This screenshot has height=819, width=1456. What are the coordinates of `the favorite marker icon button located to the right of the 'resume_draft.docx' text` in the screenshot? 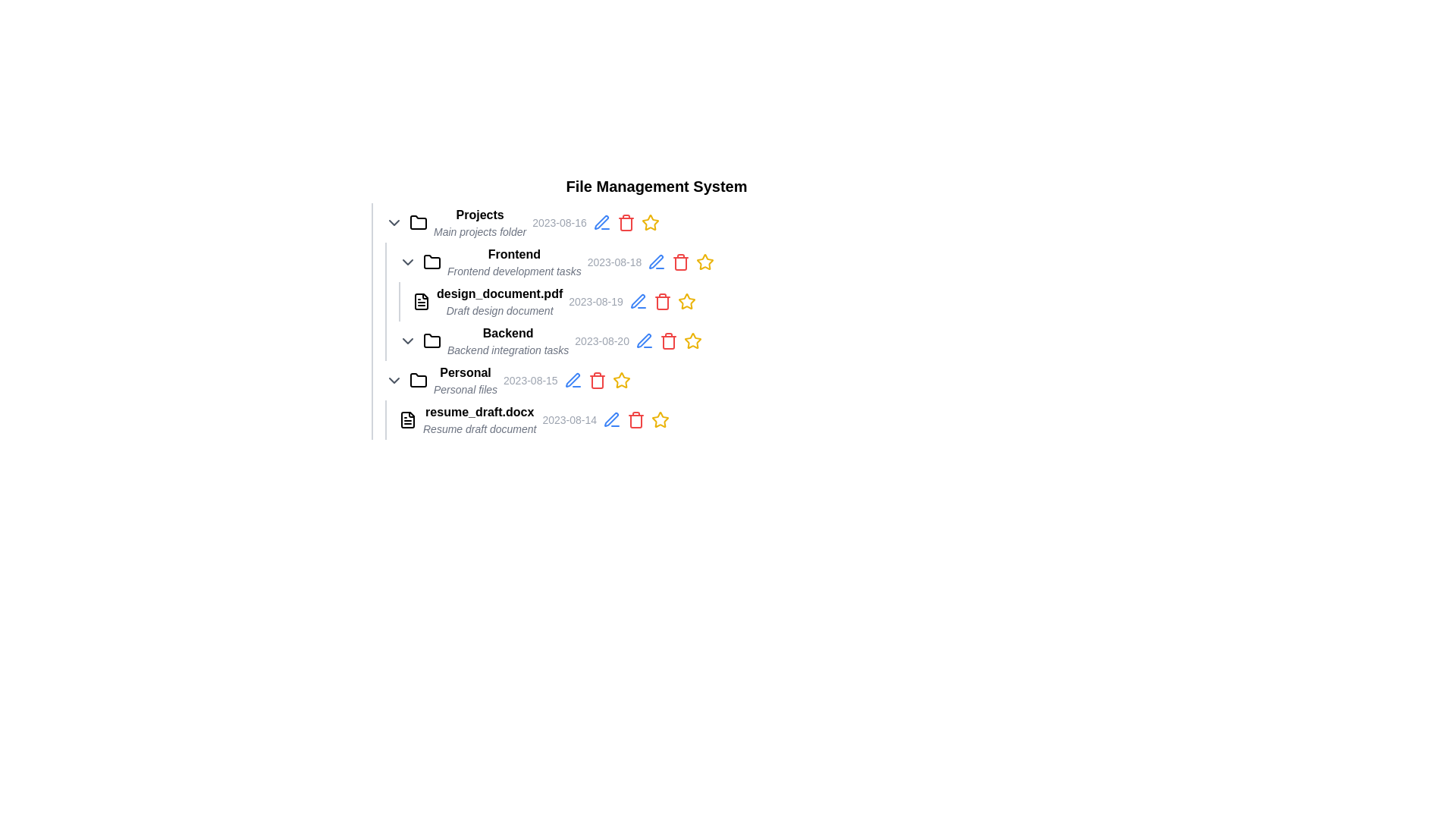 It's located at (661, 420).